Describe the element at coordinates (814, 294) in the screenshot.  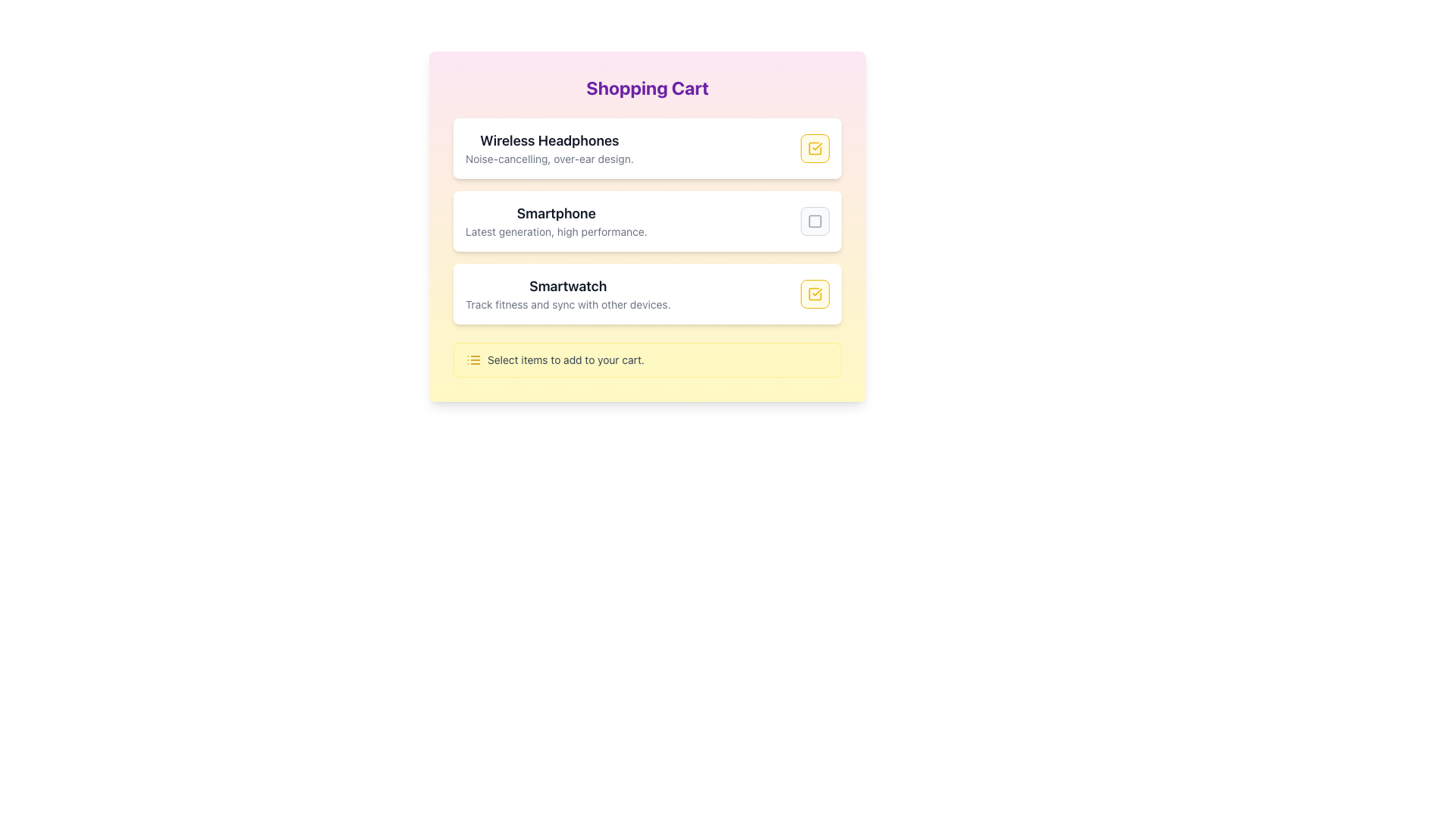
I see `the checkbox with rounded corners and yellow border located in the top-right corner of the 'Smartwatch' panel` at that location.